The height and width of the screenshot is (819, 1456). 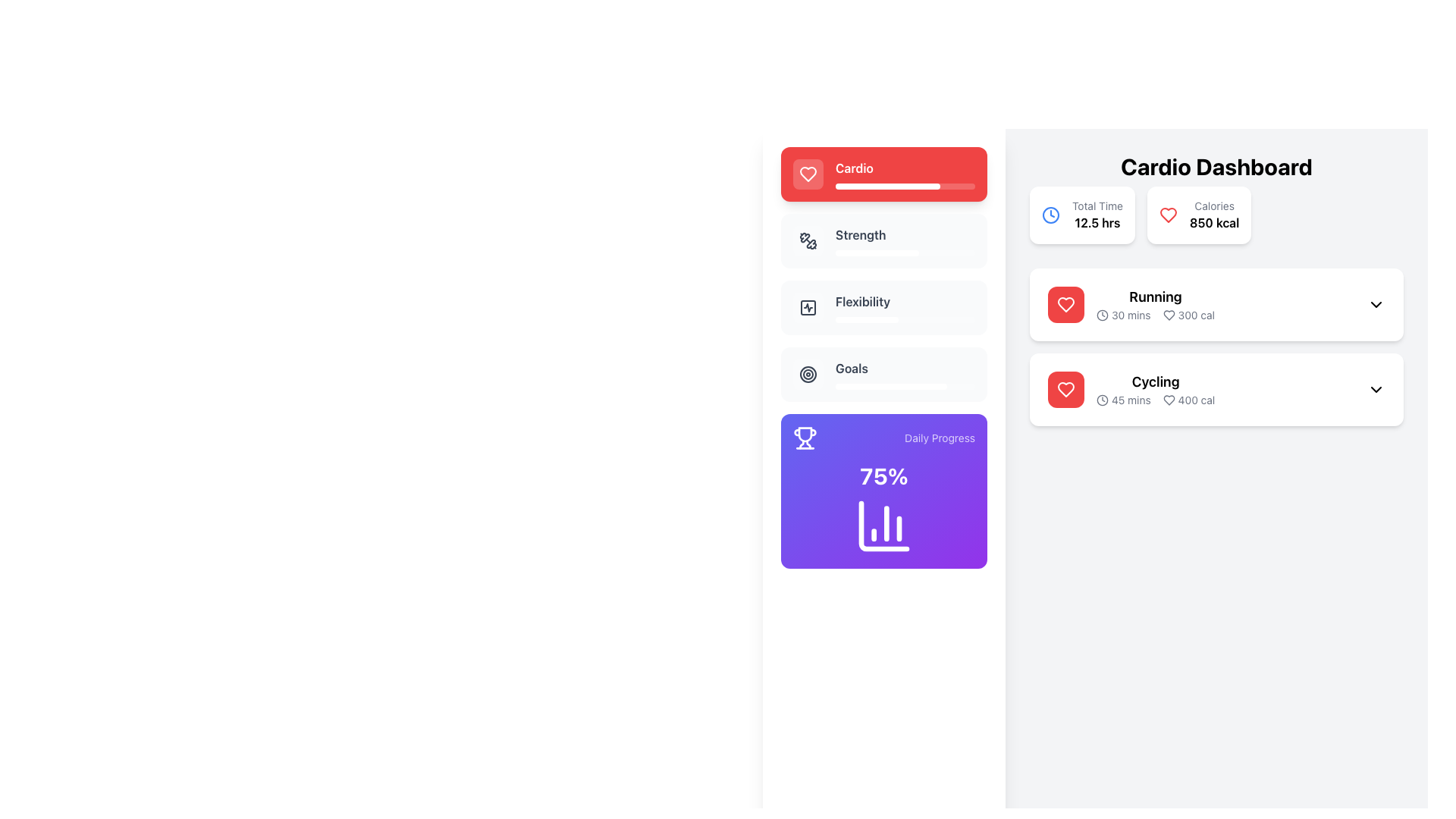 I want to click on the duration information displayed in the Text with accompanying icon located in the second card of the 'Cardio Dashboard', positioned below the 'Running' label and above the '300 cal' text, so click(x=1123, y=315).